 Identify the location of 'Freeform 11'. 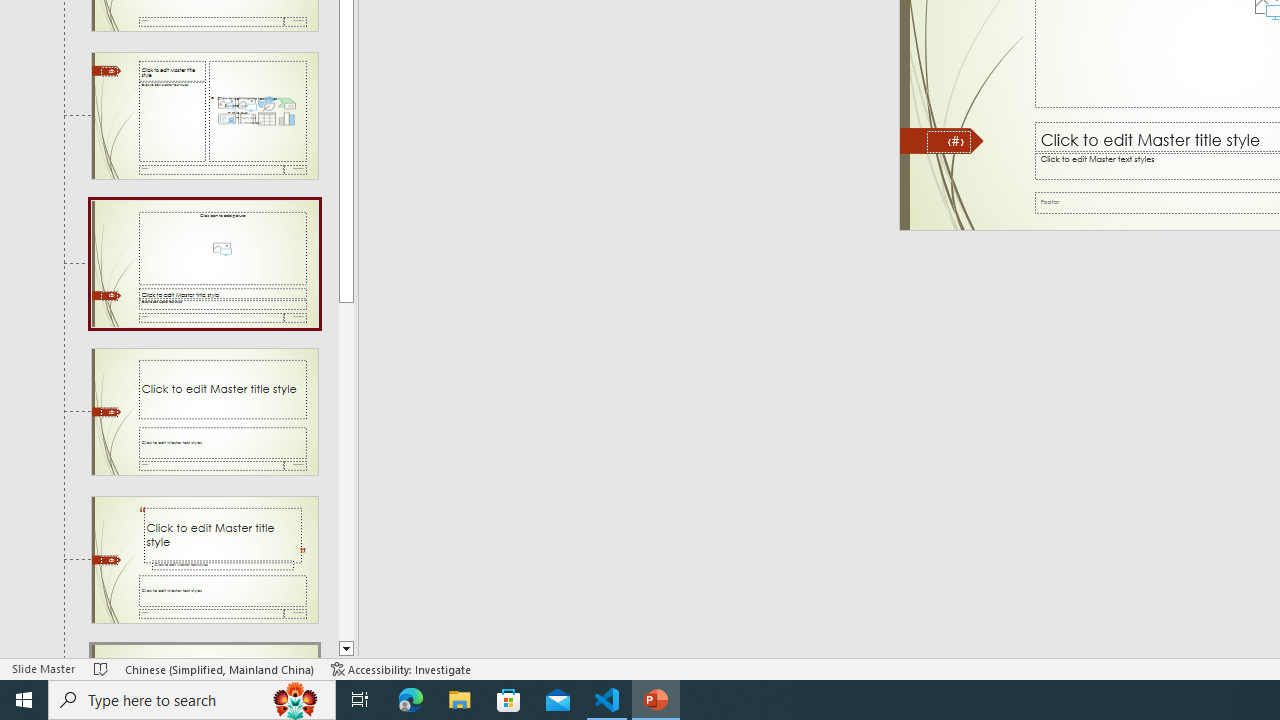
(941, 140).